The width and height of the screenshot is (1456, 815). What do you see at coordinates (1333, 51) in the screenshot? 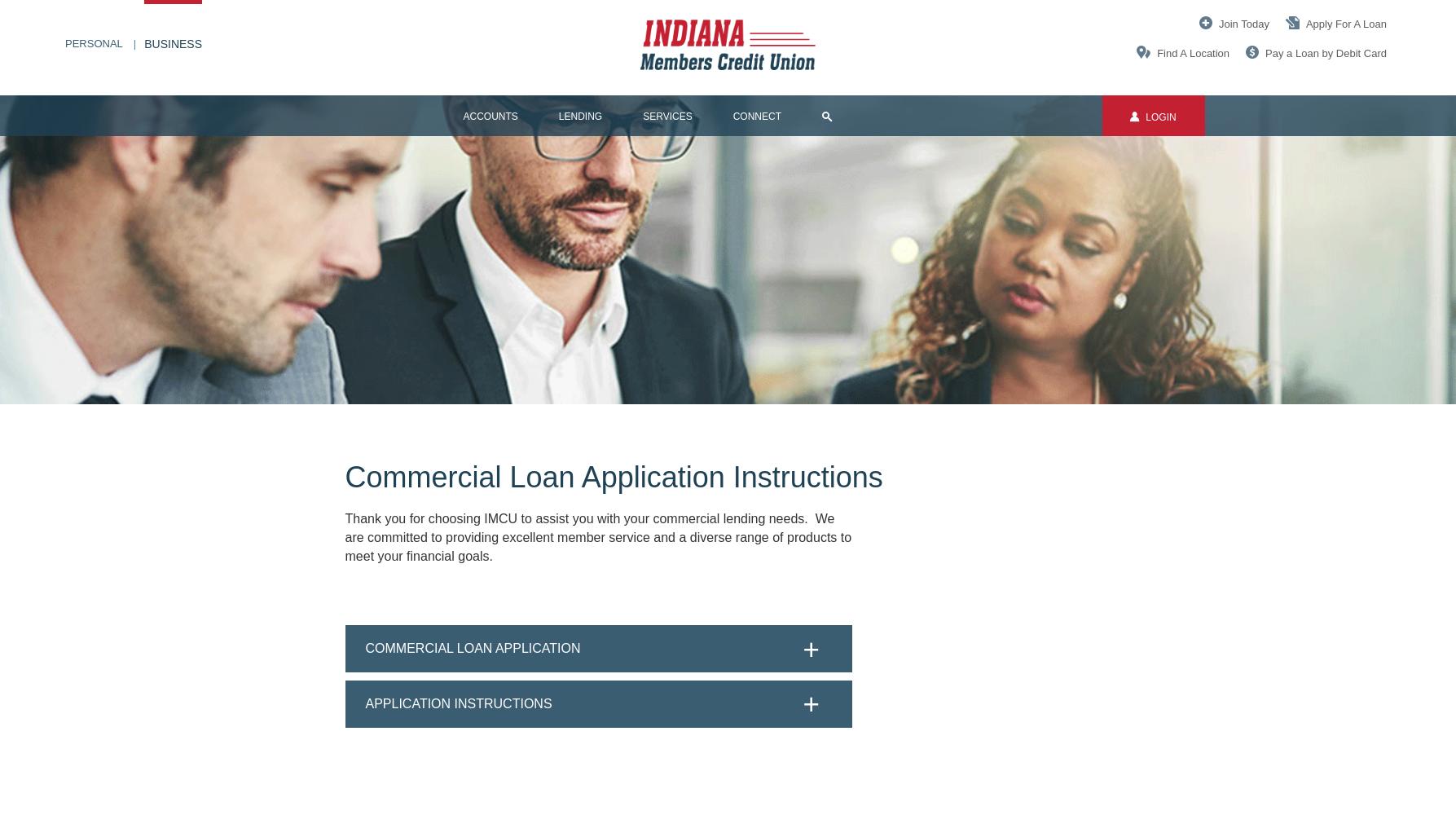
I see `'a Loan by Debit Card'` at bounding box center [1333, 51].